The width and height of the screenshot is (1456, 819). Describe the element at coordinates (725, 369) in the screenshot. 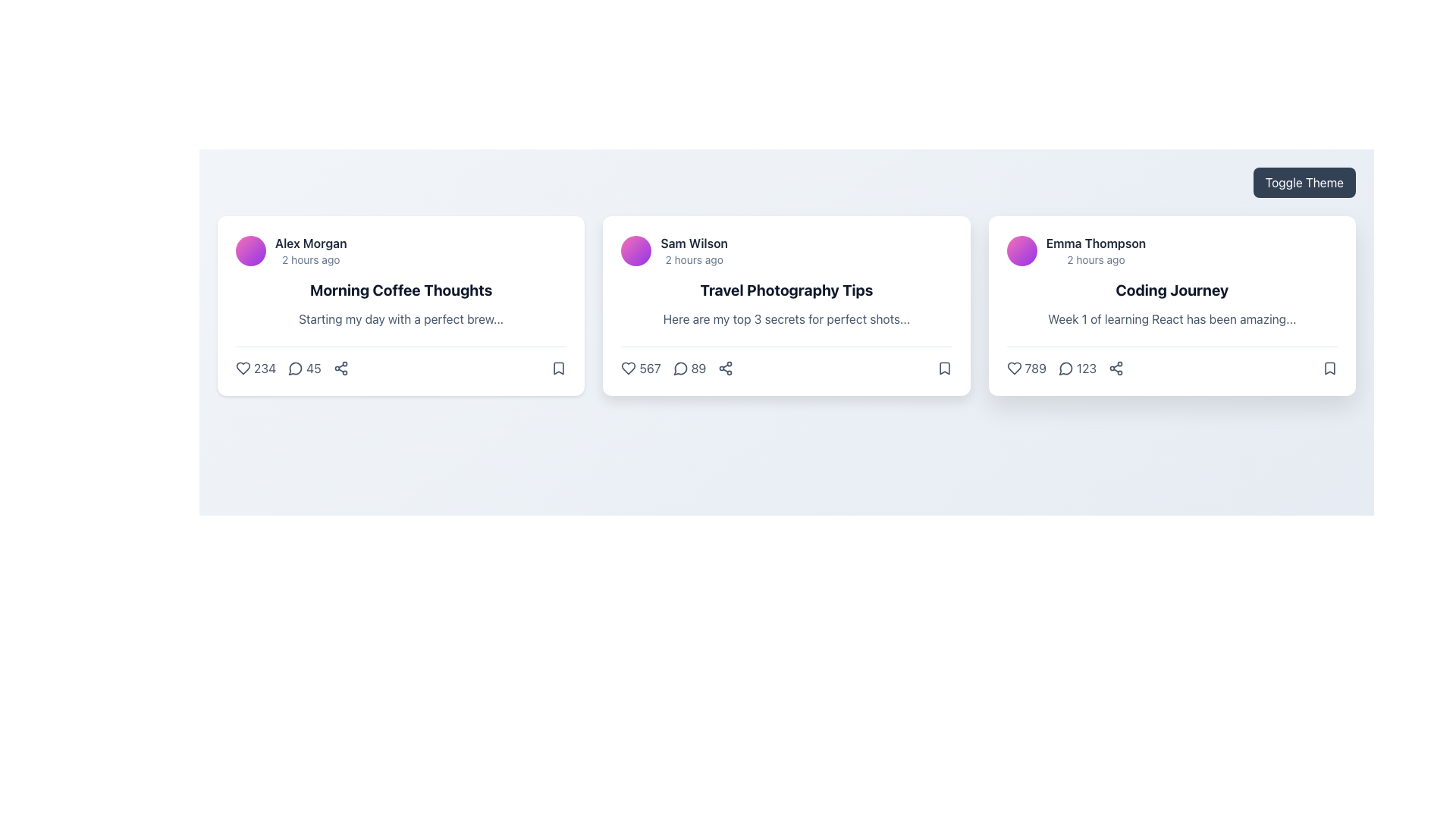

I see `the share icon button, which is the third interactive element in the lower row of the 'Travel Photography Tips' post card, to activate its visual feedback effect` at that location.